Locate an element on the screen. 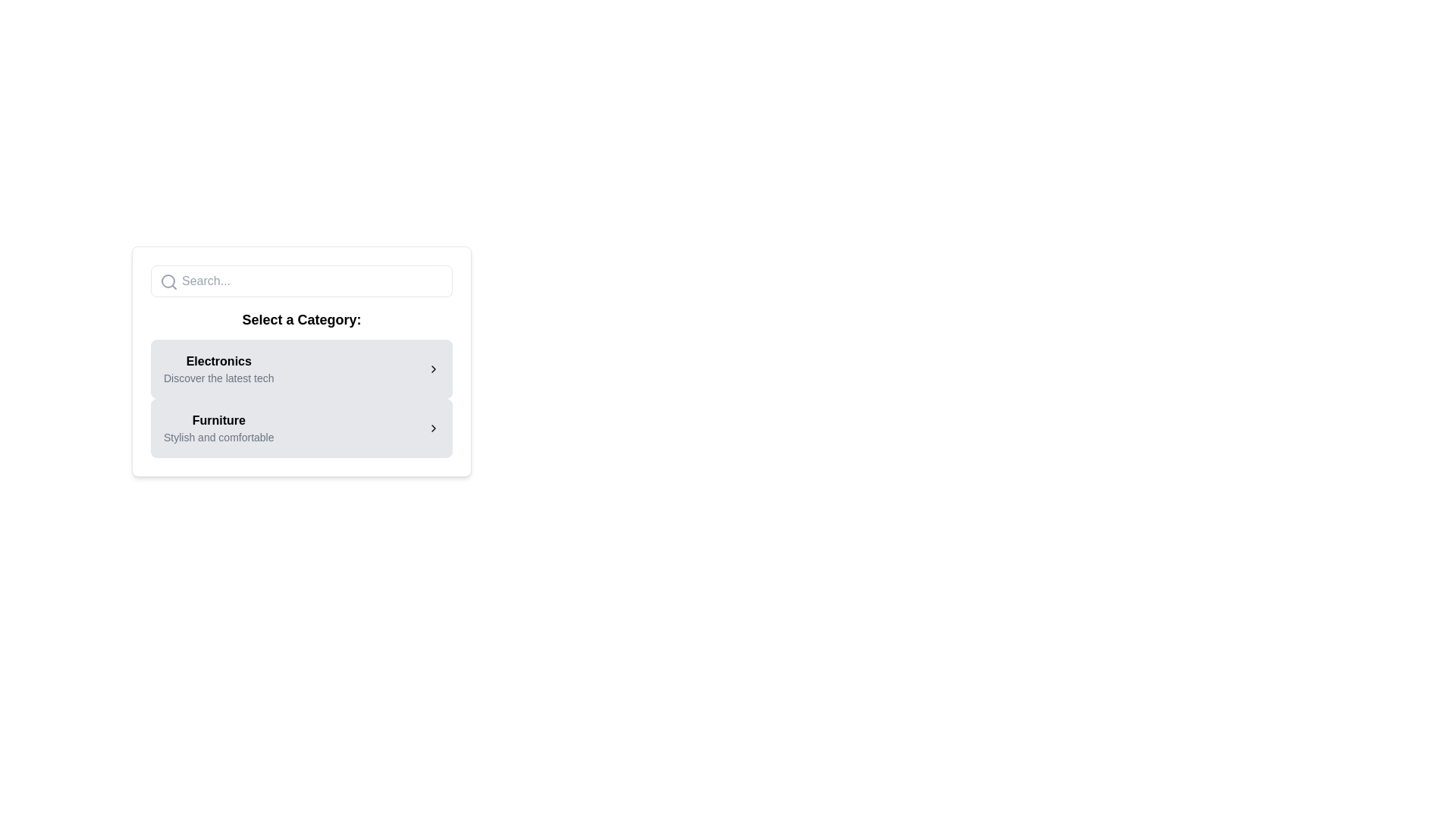  descriptions of the selectable categories in the List below the 'Select a Category:' title, specifically focusing on 'Electronics' and 'Furniture' is located at coordinates (302, 397).